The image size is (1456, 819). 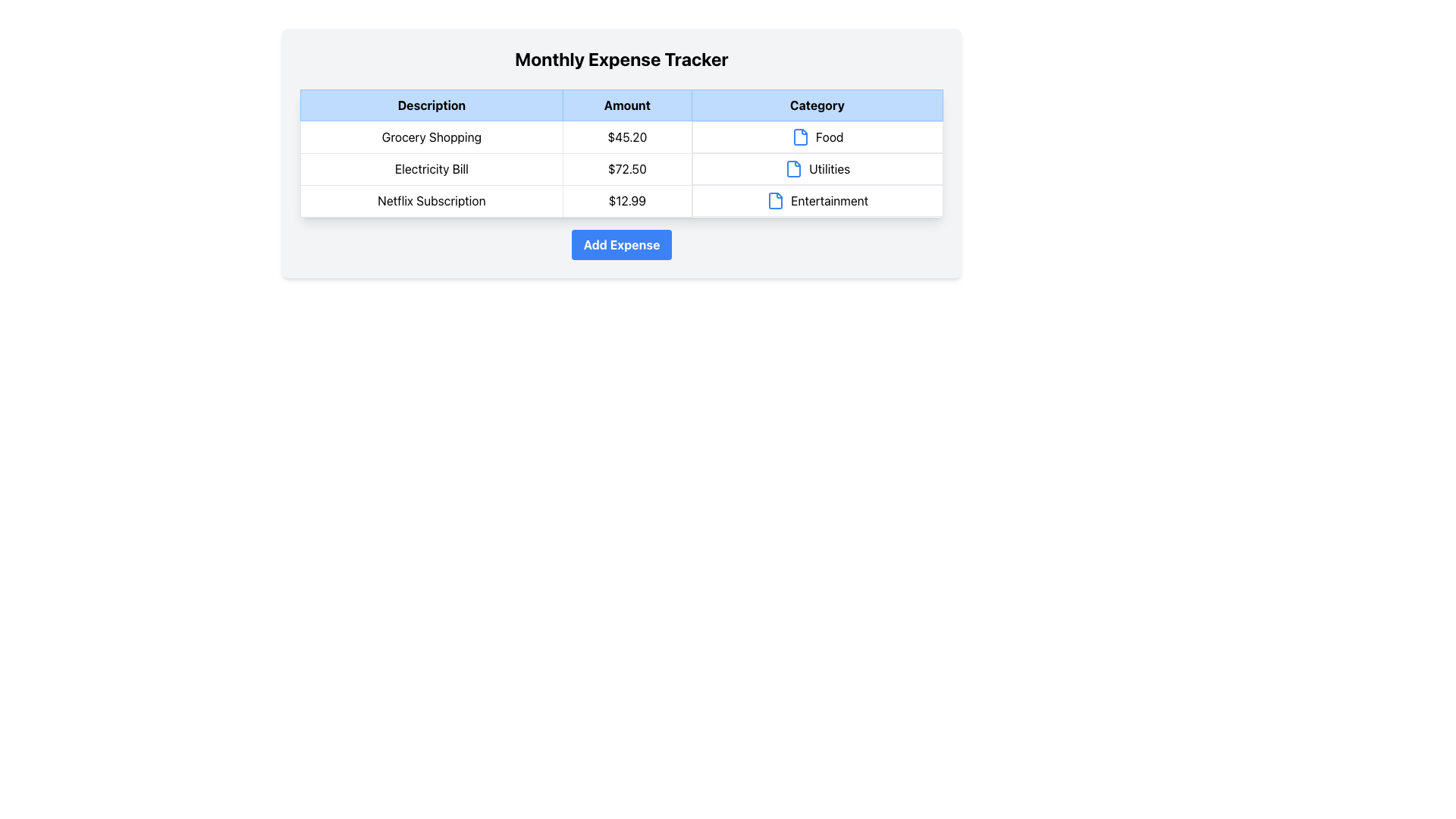 I want to click on the 'Amount' Text Label element, which has a light blue background and black bold text, positioned in the middle of the table header between 'Description' and 'Category', so click(x=627, y=104).